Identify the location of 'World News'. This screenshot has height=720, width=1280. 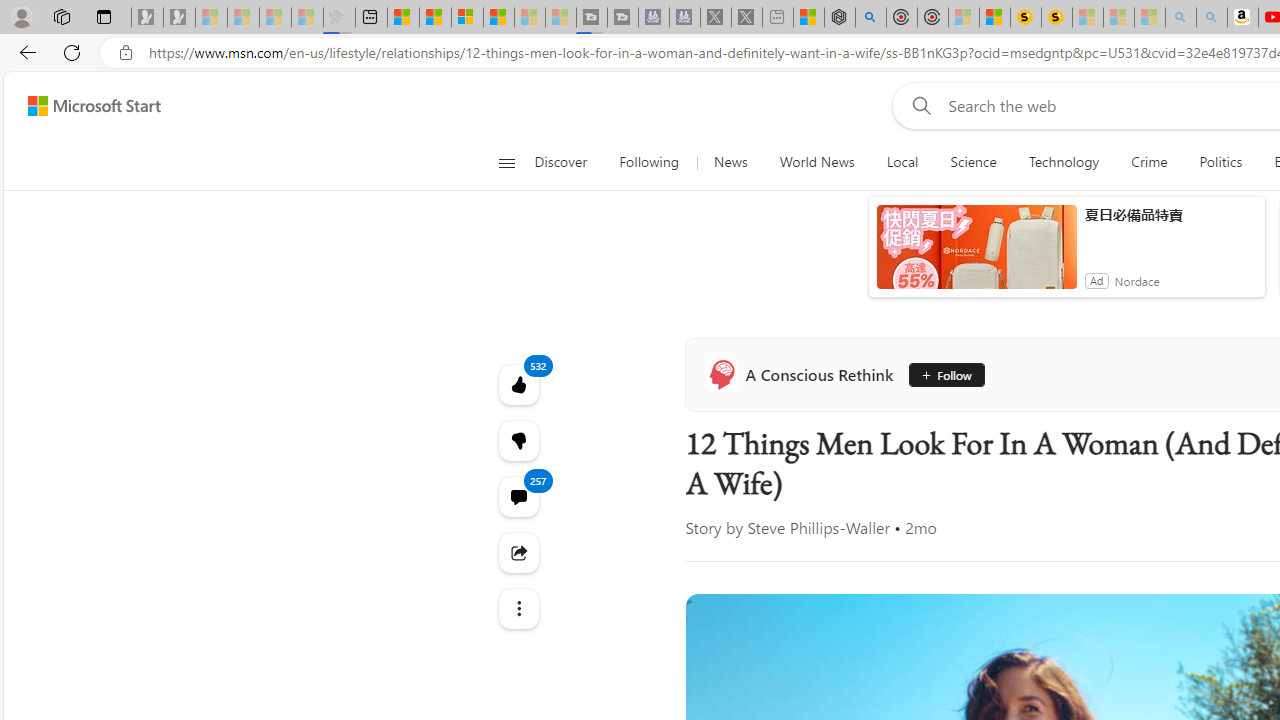
(816, 162).